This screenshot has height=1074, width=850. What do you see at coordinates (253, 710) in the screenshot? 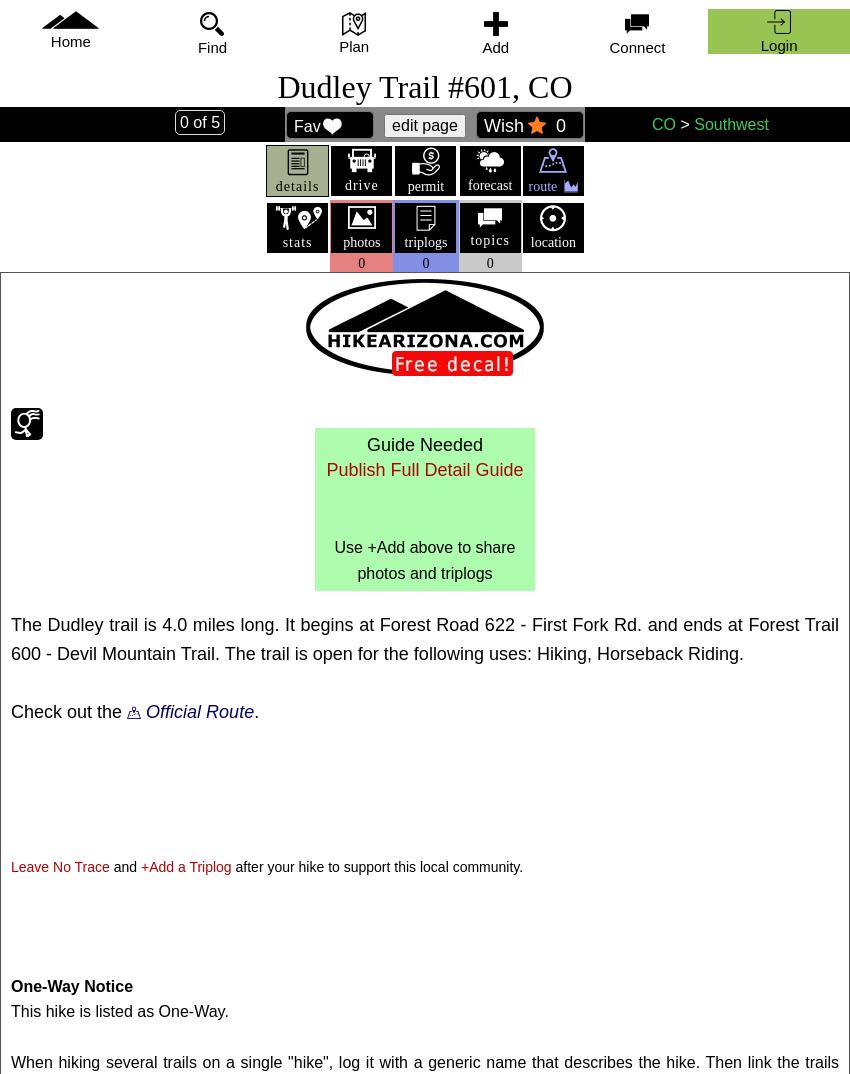
I see `'.'` at bounding box center [253, 710].